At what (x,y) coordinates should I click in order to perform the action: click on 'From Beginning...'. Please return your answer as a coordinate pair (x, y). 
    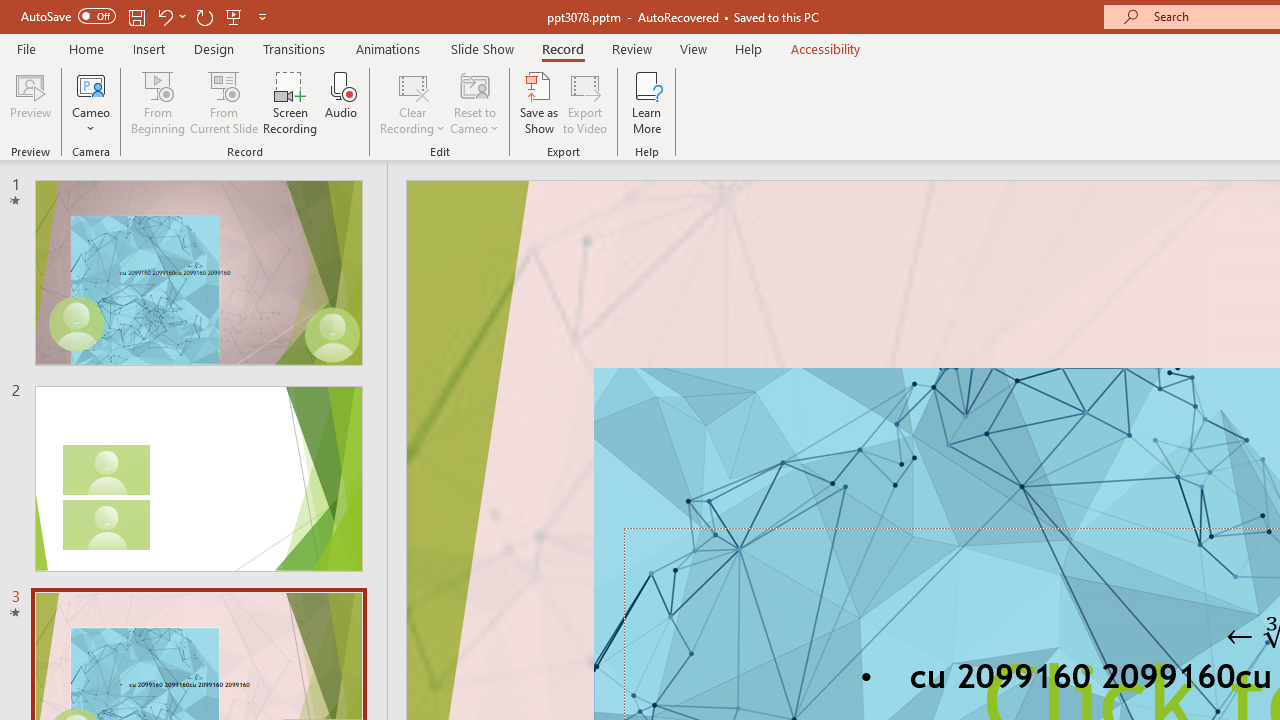
    Looking at the image, I should click on (157, 103).